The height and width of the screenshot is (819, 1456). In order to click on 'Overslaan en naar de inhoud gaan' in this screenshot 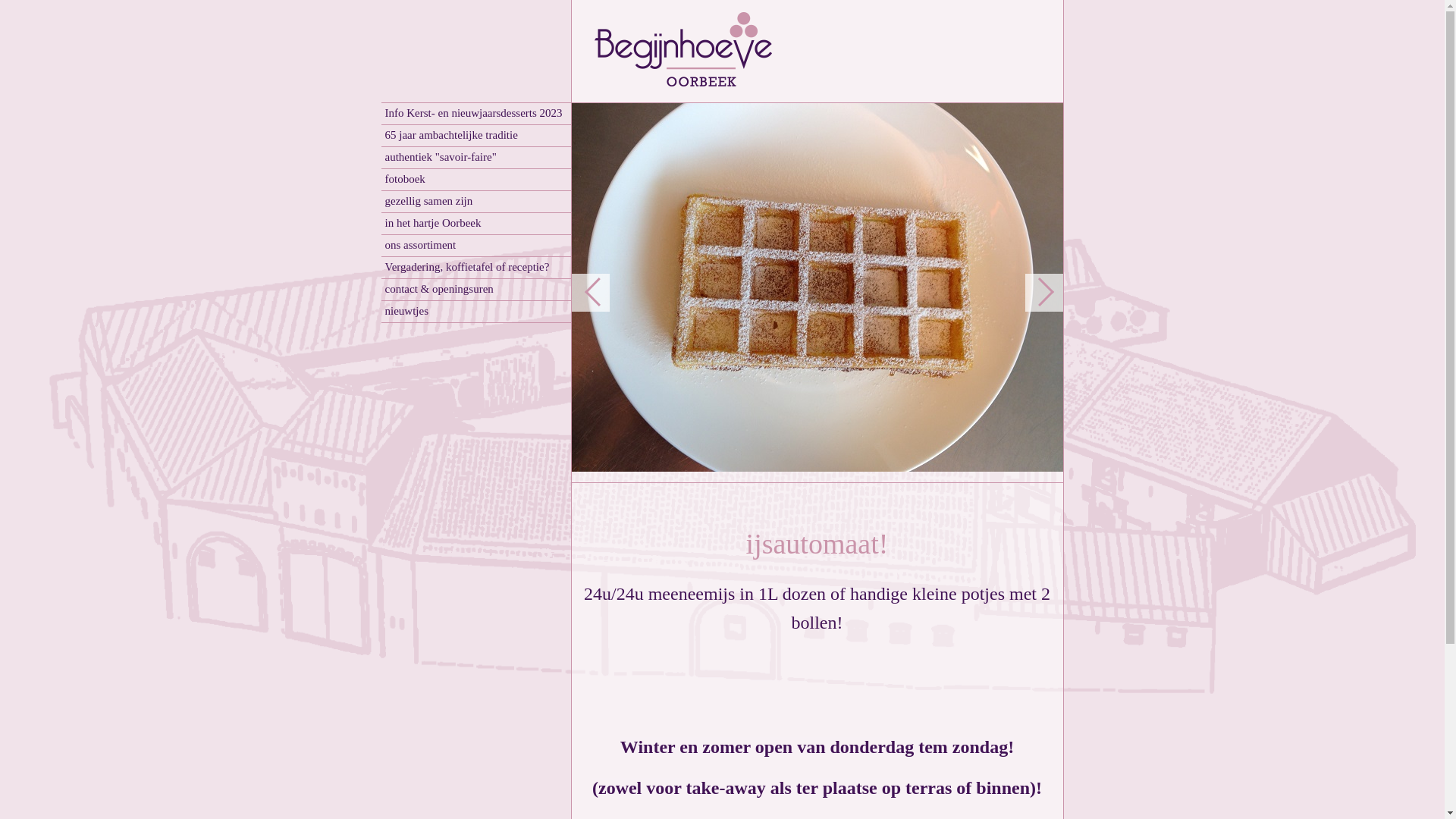, I will do `click(87, 6)`.